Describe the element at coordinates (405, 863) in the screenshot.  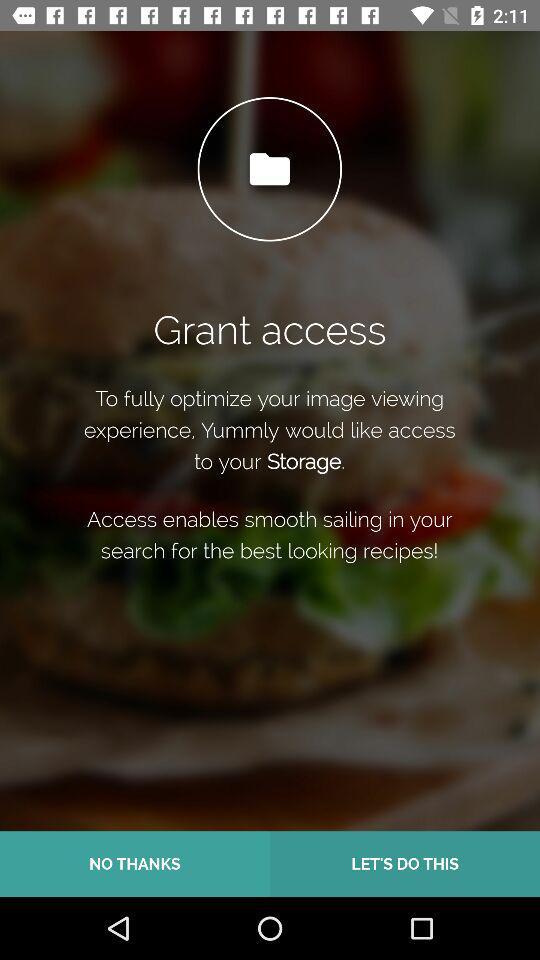
I see `icon next to no thanks item` at that location.